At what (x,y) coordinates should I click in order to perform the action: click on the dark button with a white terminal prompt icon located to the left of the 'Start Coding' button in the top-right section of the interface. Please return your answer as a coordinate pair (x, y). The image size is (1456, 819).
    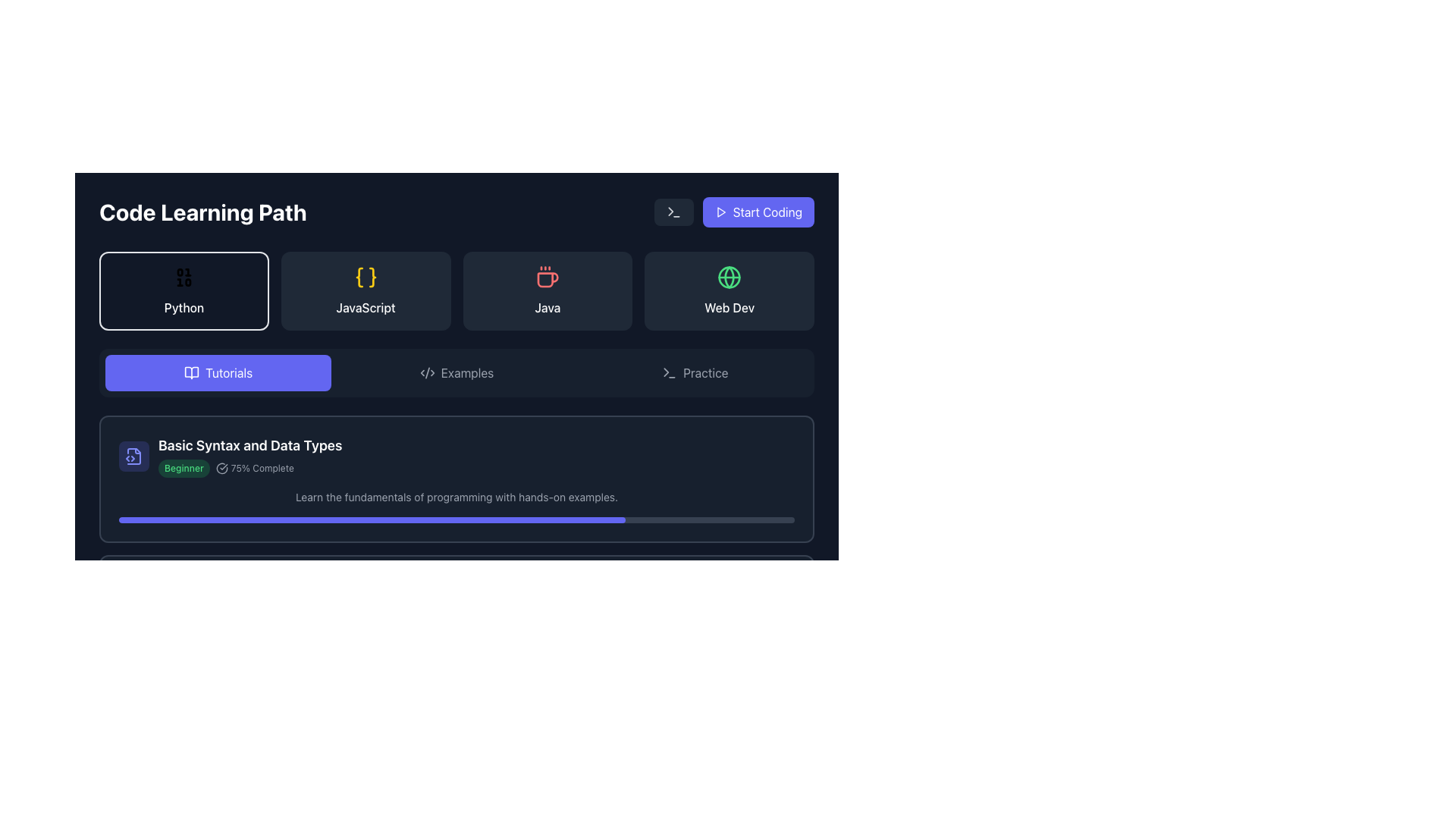
    Looking at the image, I should click on (673, 212).